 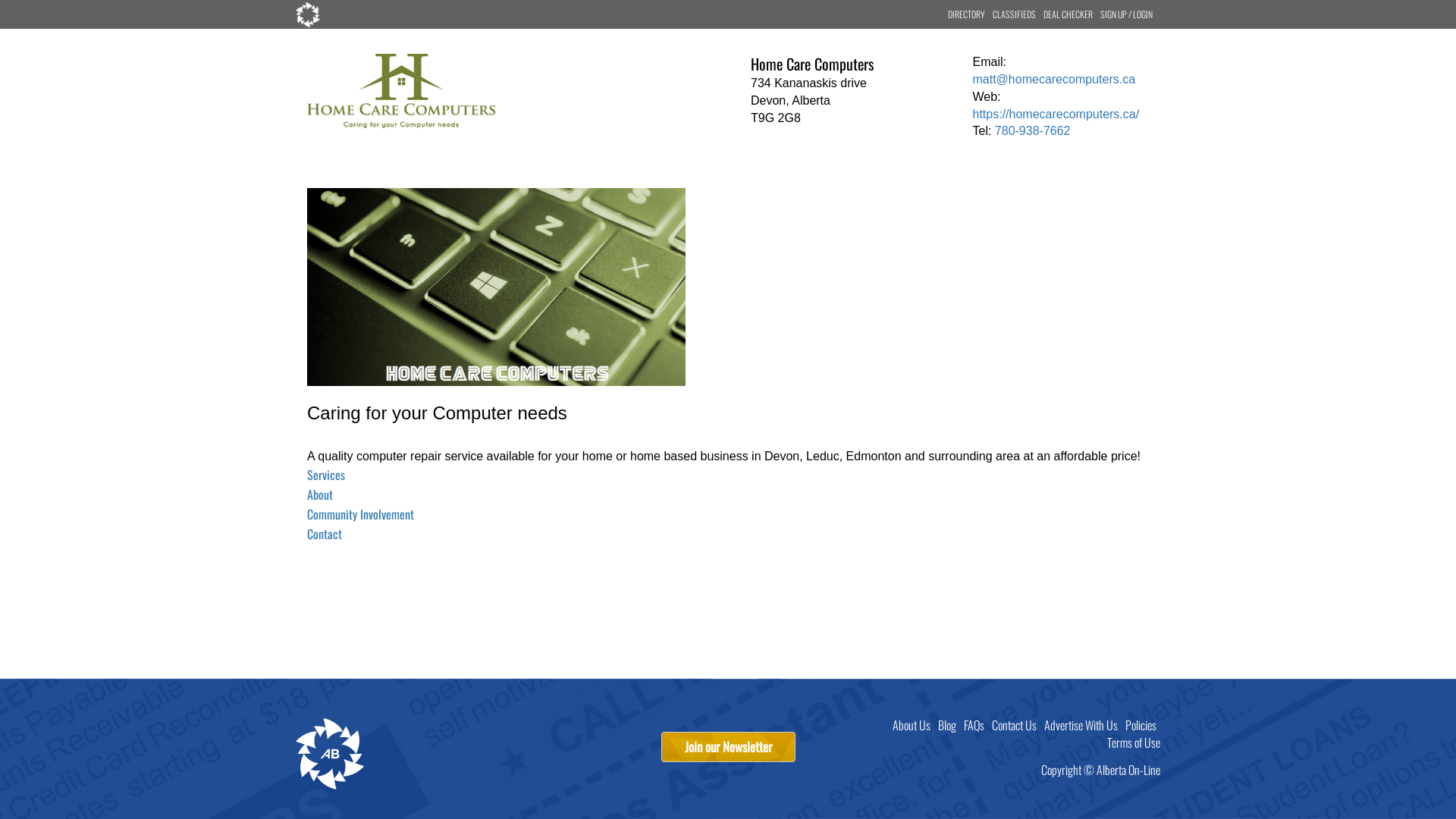 I want to click on 'Blog', so click(x=946, y=724).